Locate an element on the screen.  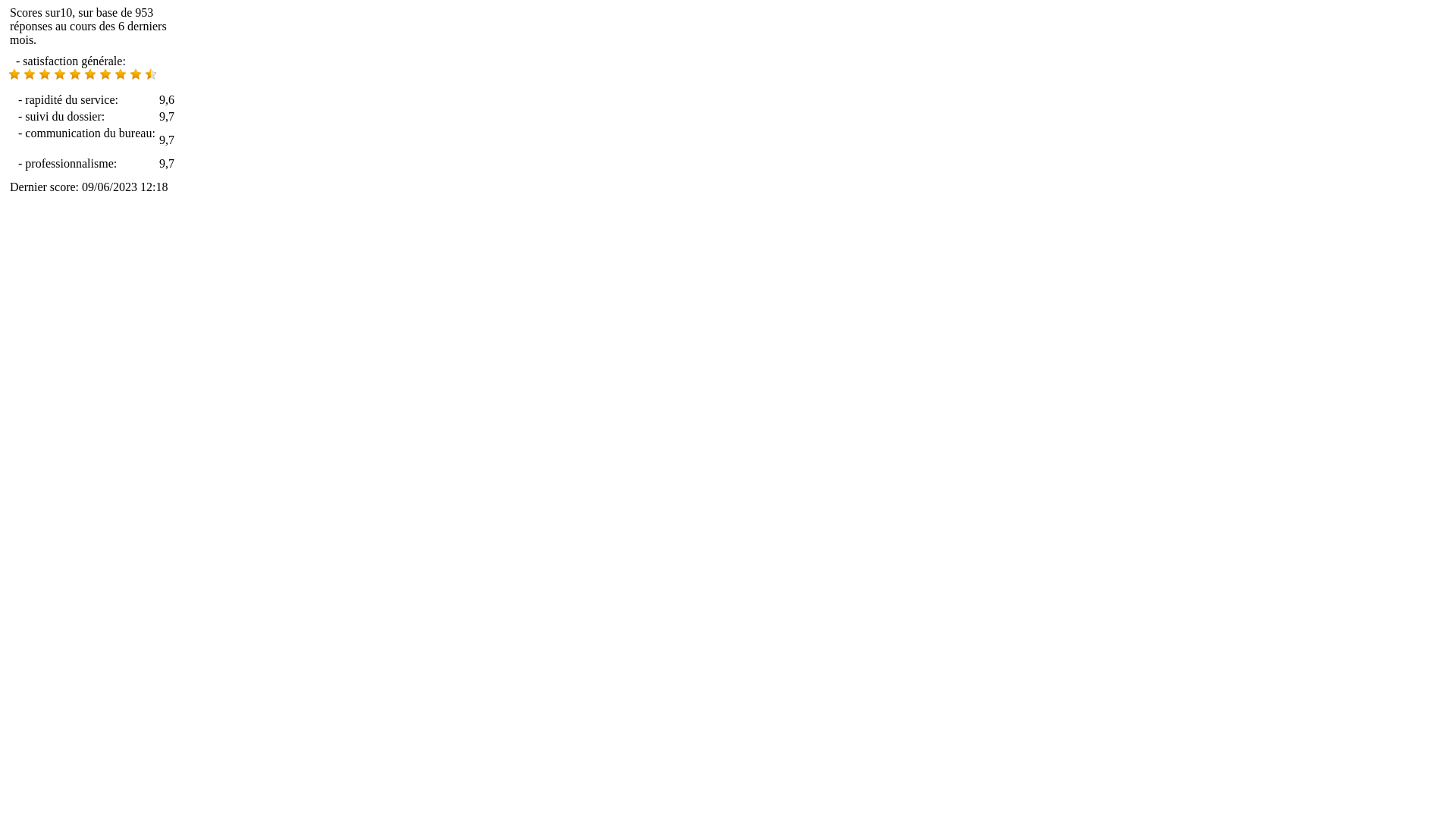
'9.6715634837356' is located at coordinates (44, 74).